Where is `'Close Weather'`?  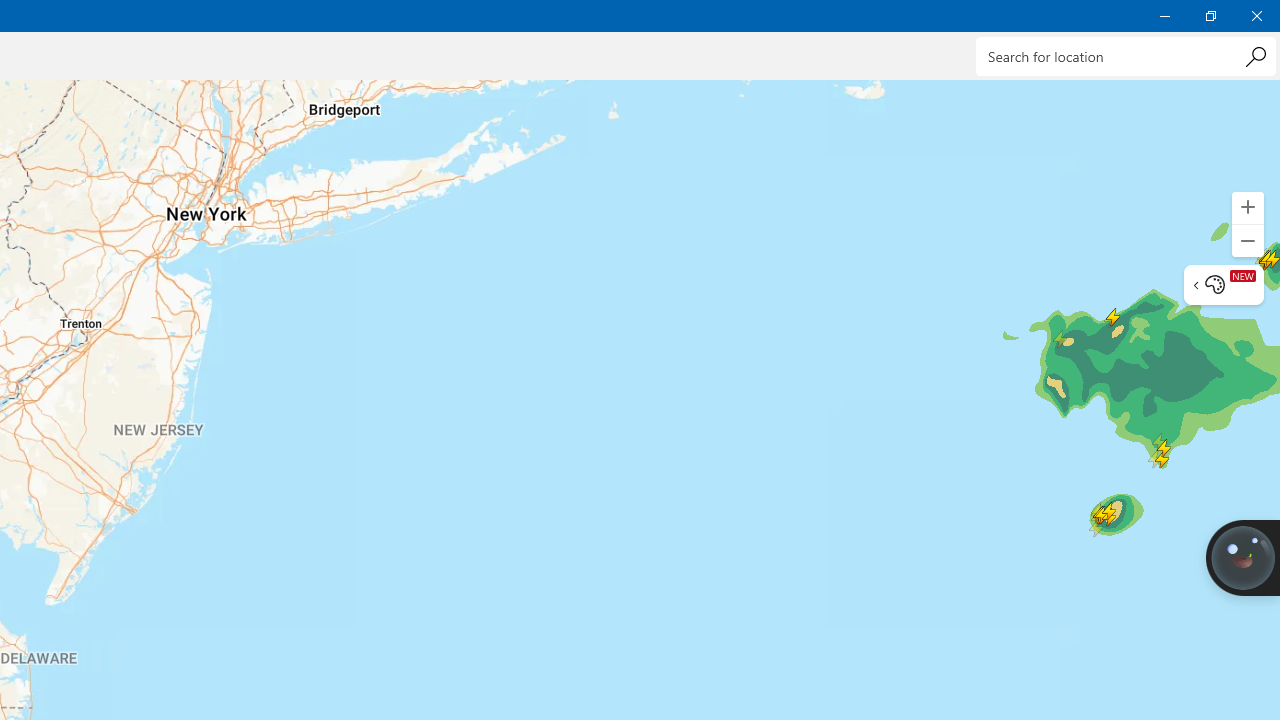
'Close Weather' is located at coordinates (1255, 15).